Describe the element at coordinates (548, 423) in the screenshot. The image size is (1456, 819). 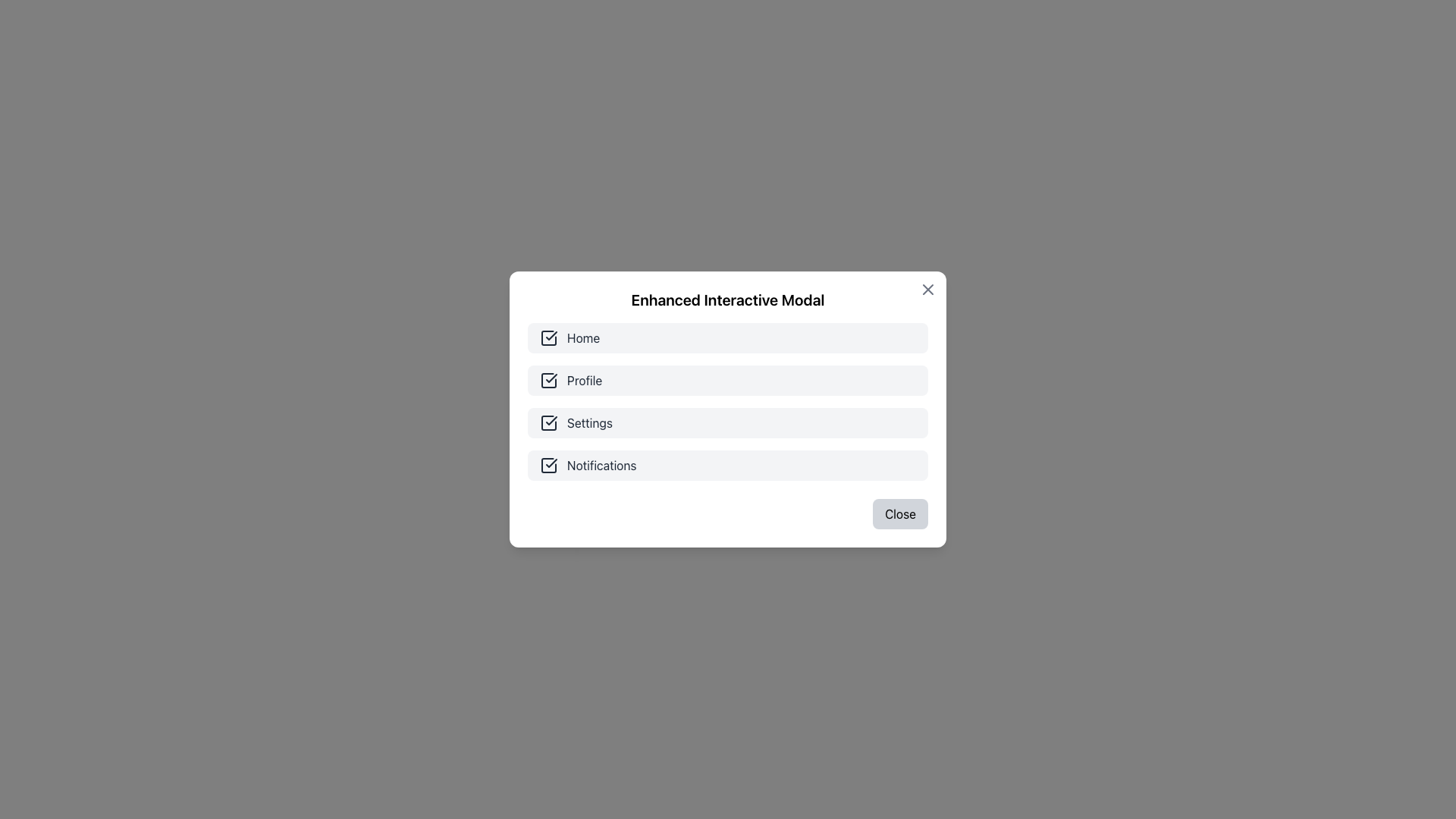
I see `the checkbox icon with a centered checkmark` at that location.